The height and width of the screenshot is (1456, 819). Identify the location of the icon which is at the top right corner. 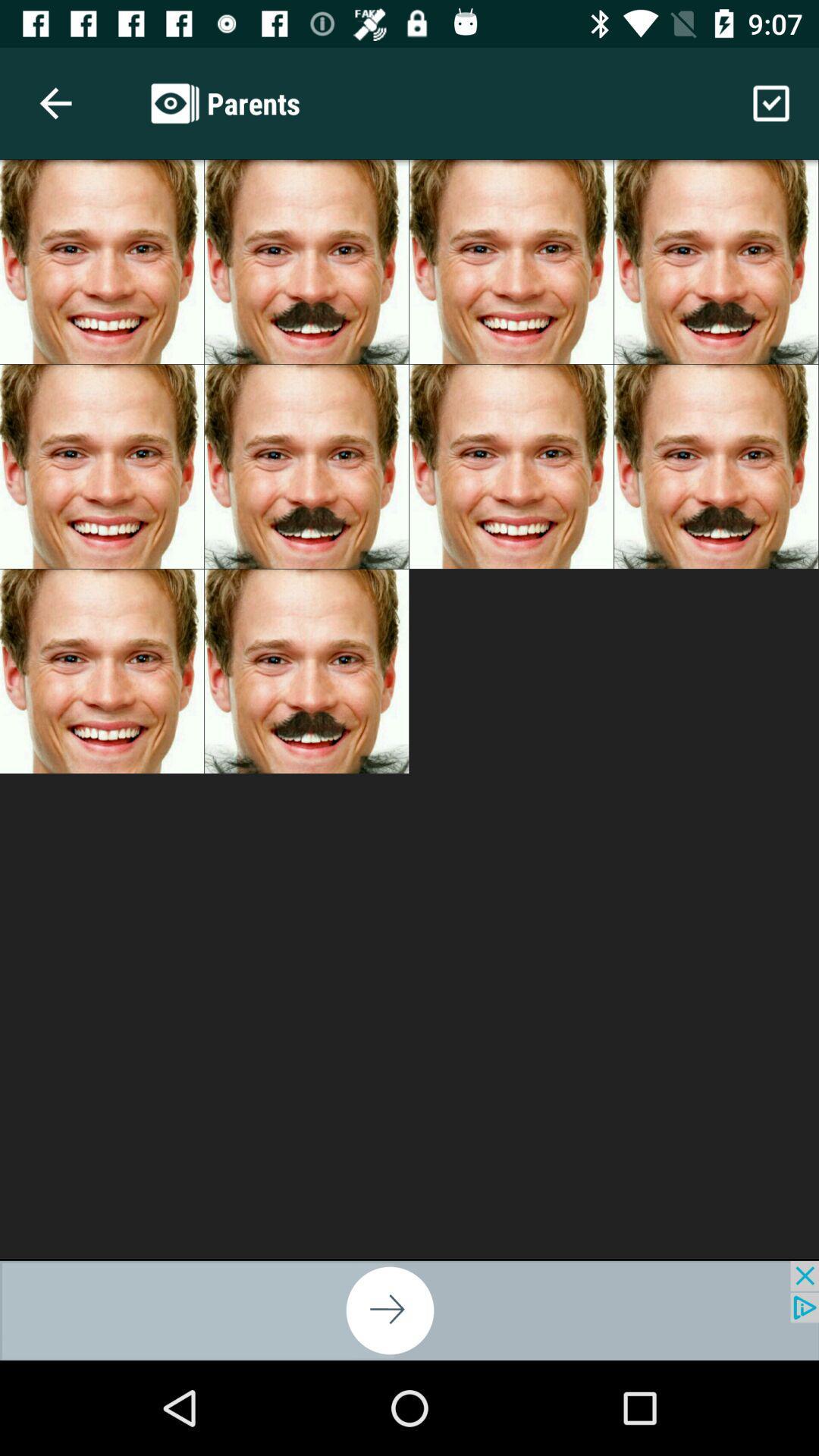
(771, 103).